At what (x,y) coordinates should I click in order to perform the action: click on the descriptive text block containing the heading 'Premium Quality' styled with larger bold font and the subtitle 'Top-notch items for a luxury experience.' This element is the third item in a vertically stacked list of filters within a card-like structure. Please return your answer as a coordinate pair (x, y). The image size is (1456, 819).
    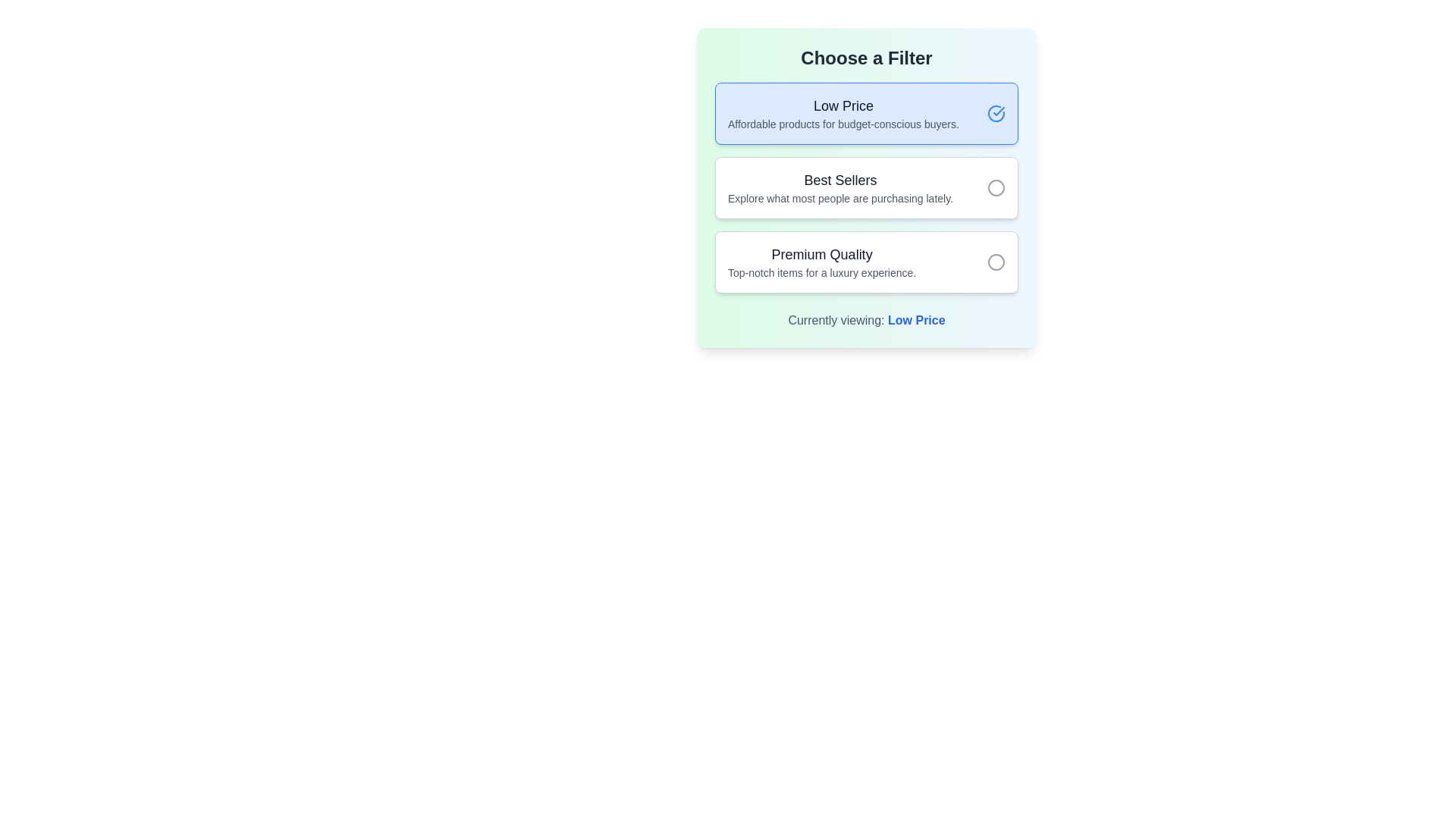
    Looking at the image, I should click on (821, 262).